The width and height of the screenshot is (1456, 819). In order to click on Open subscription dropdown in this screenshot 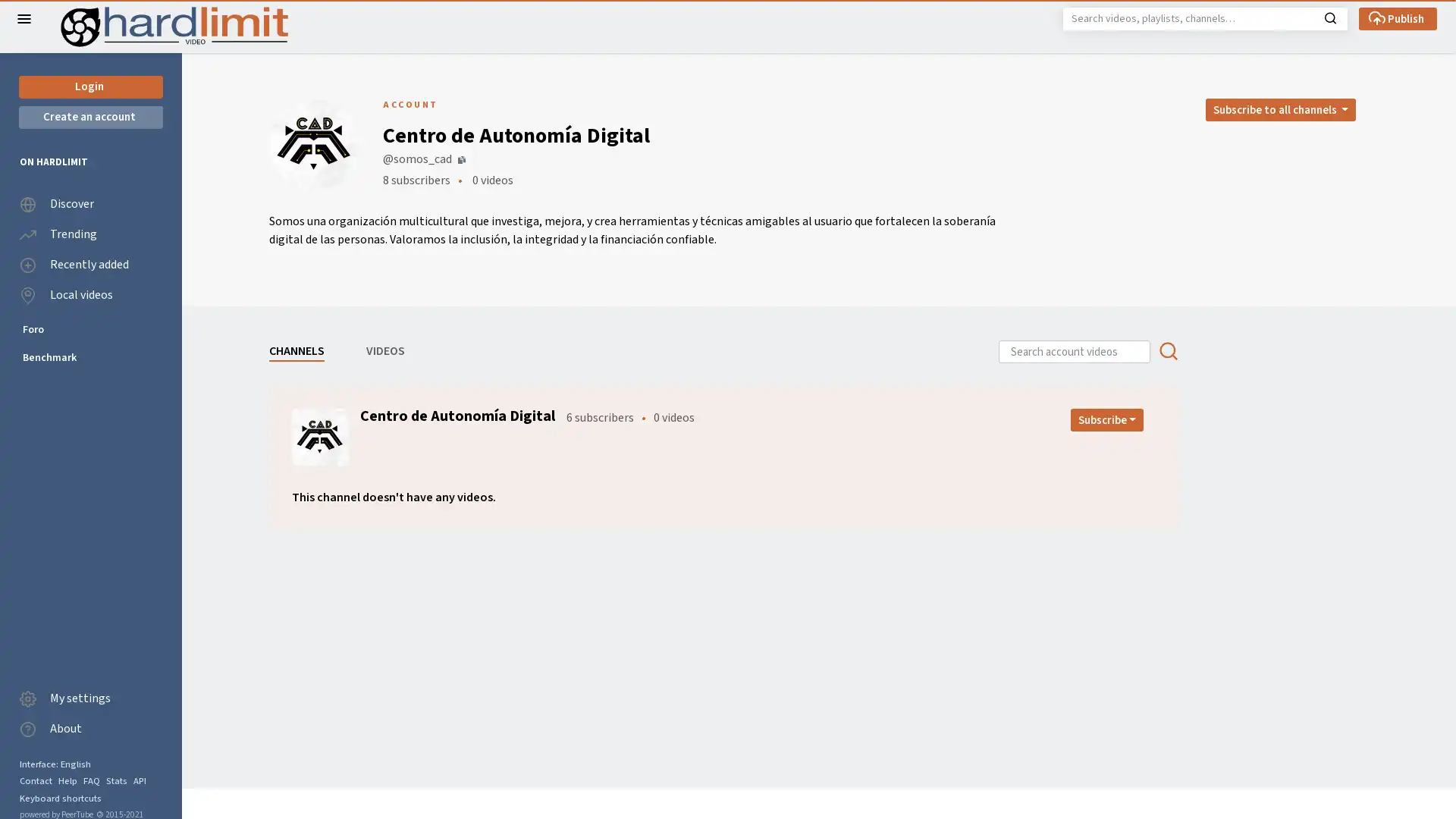, I will do `click(1106, 420)`.